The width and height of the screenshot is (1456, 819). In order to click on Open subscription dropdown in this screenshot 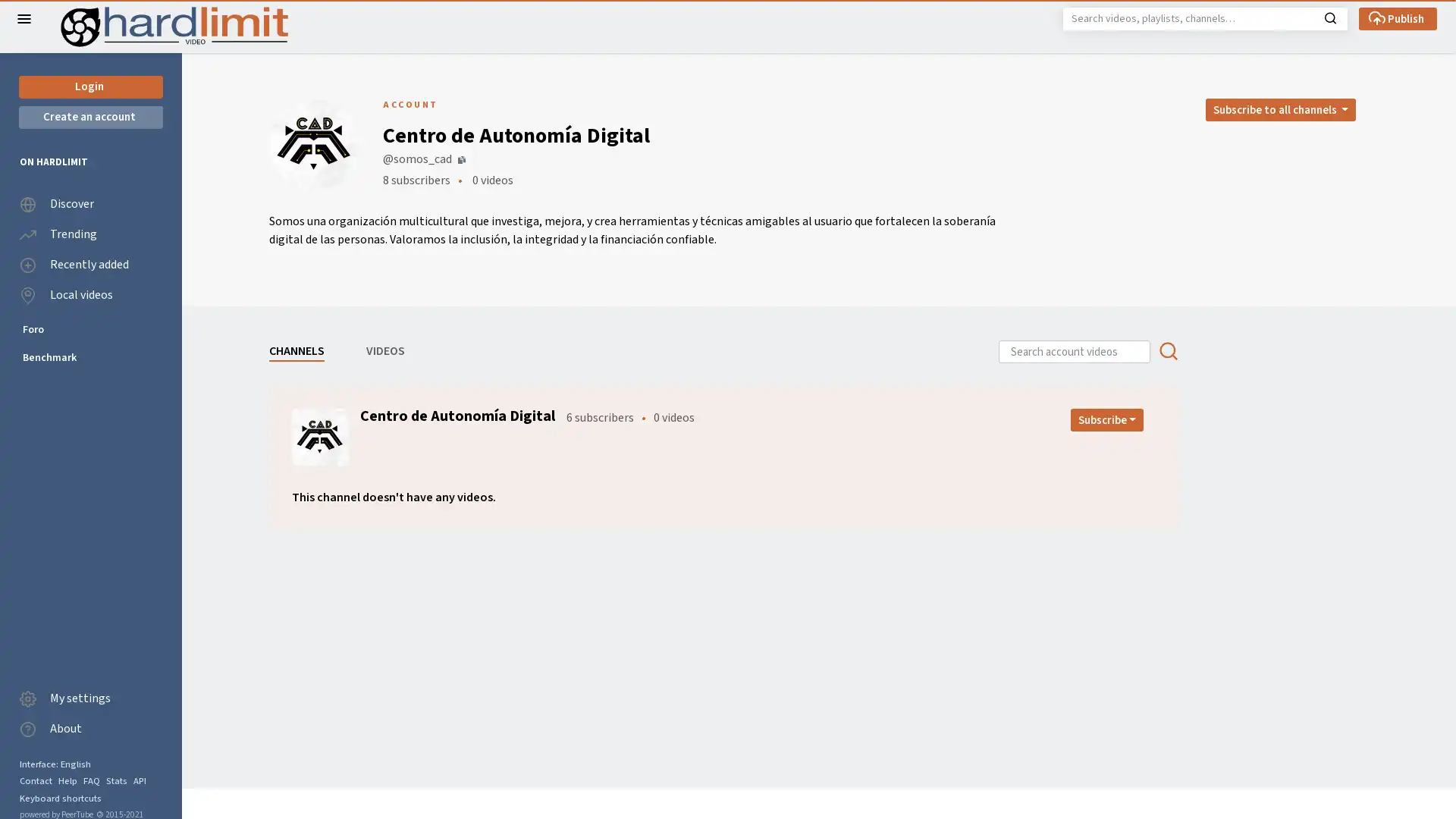, I will do `click(1106, 420)`.